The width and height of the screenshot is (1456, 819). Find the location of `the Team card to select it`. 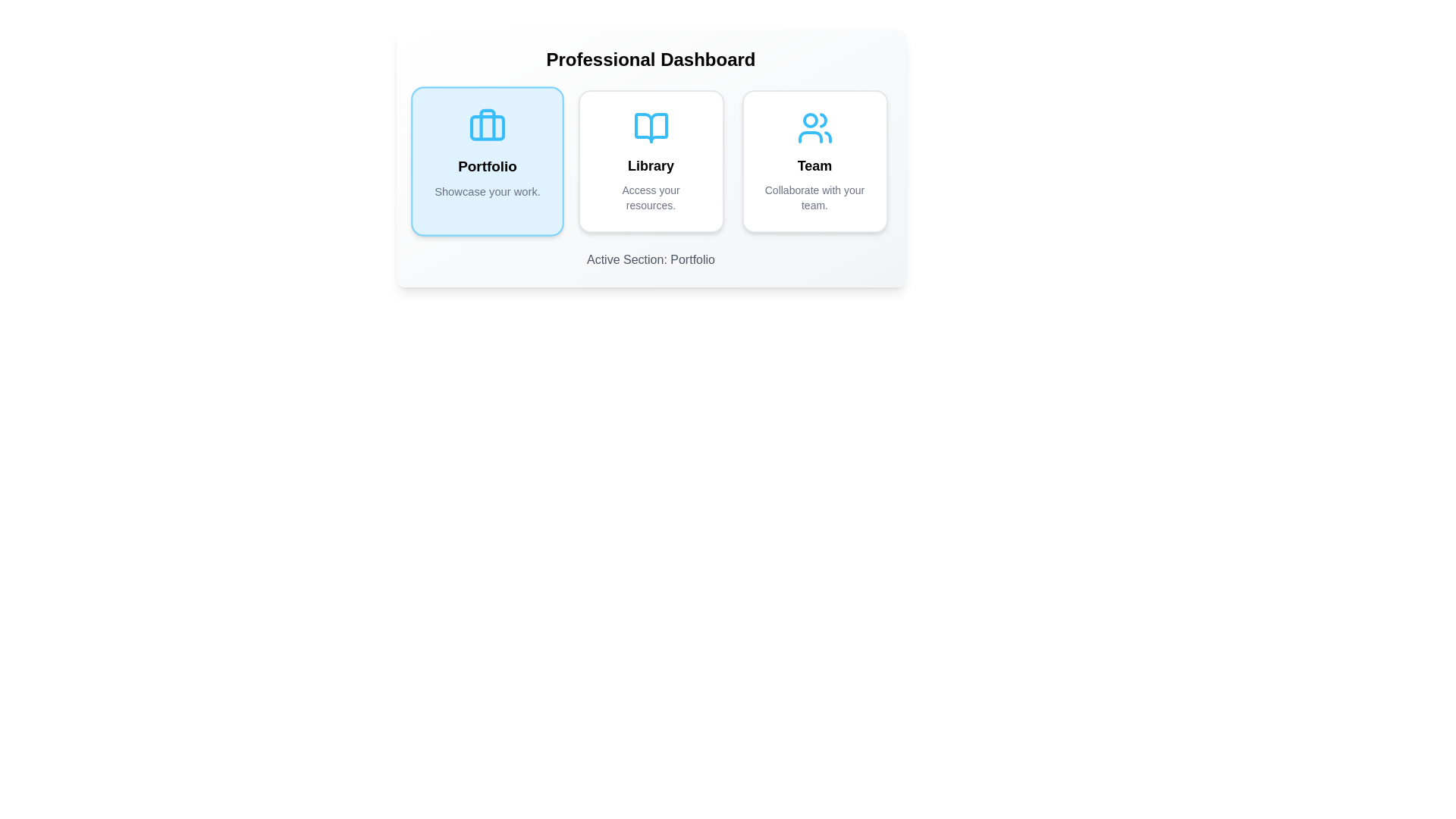

the Team card to select it is located at coordinates (814, 161).